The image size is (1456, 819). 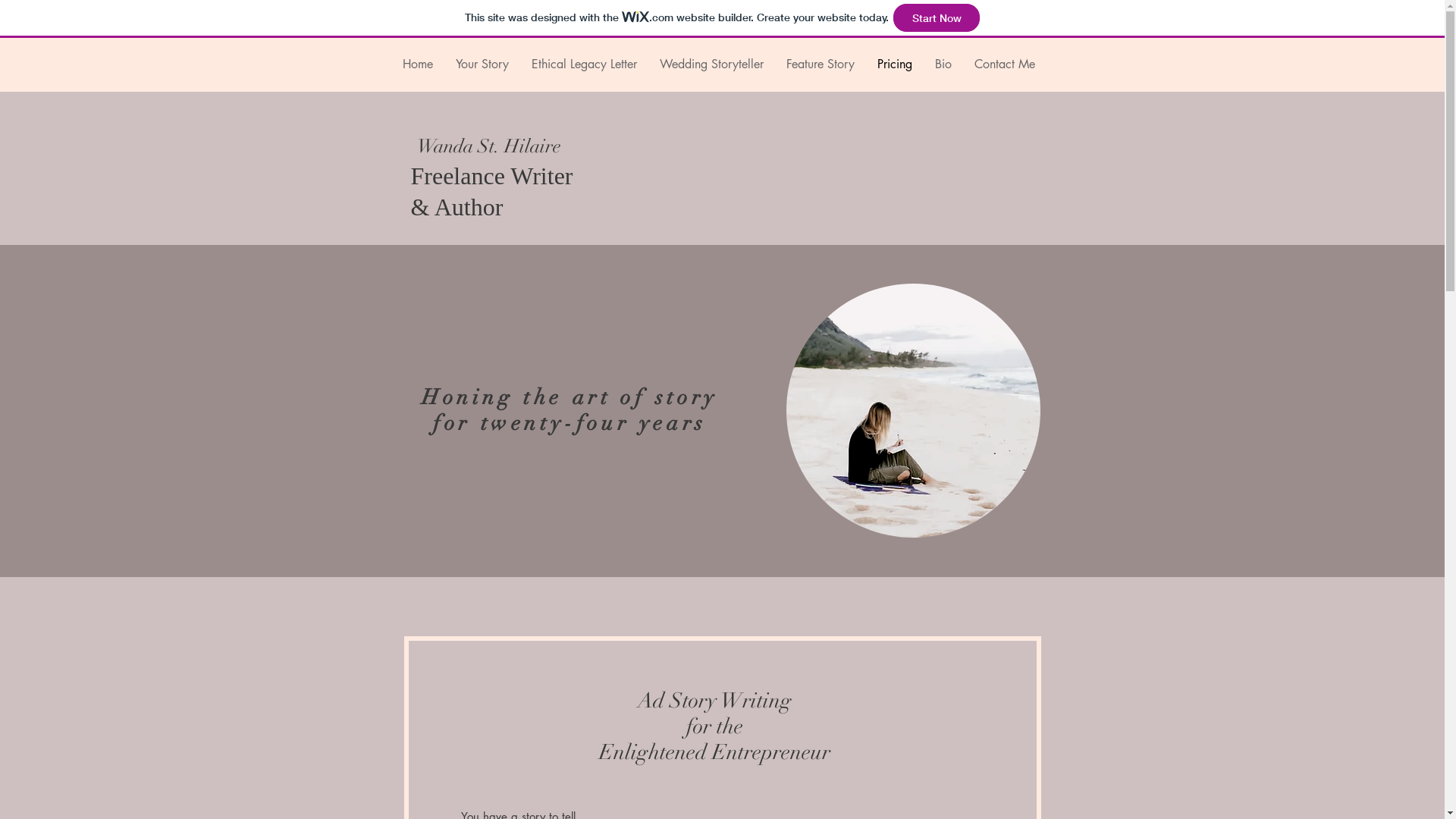 What do you see at coordinates (895, 63) in the screenshot?
I see `'Pricing'` at bounding box center [895, 63].